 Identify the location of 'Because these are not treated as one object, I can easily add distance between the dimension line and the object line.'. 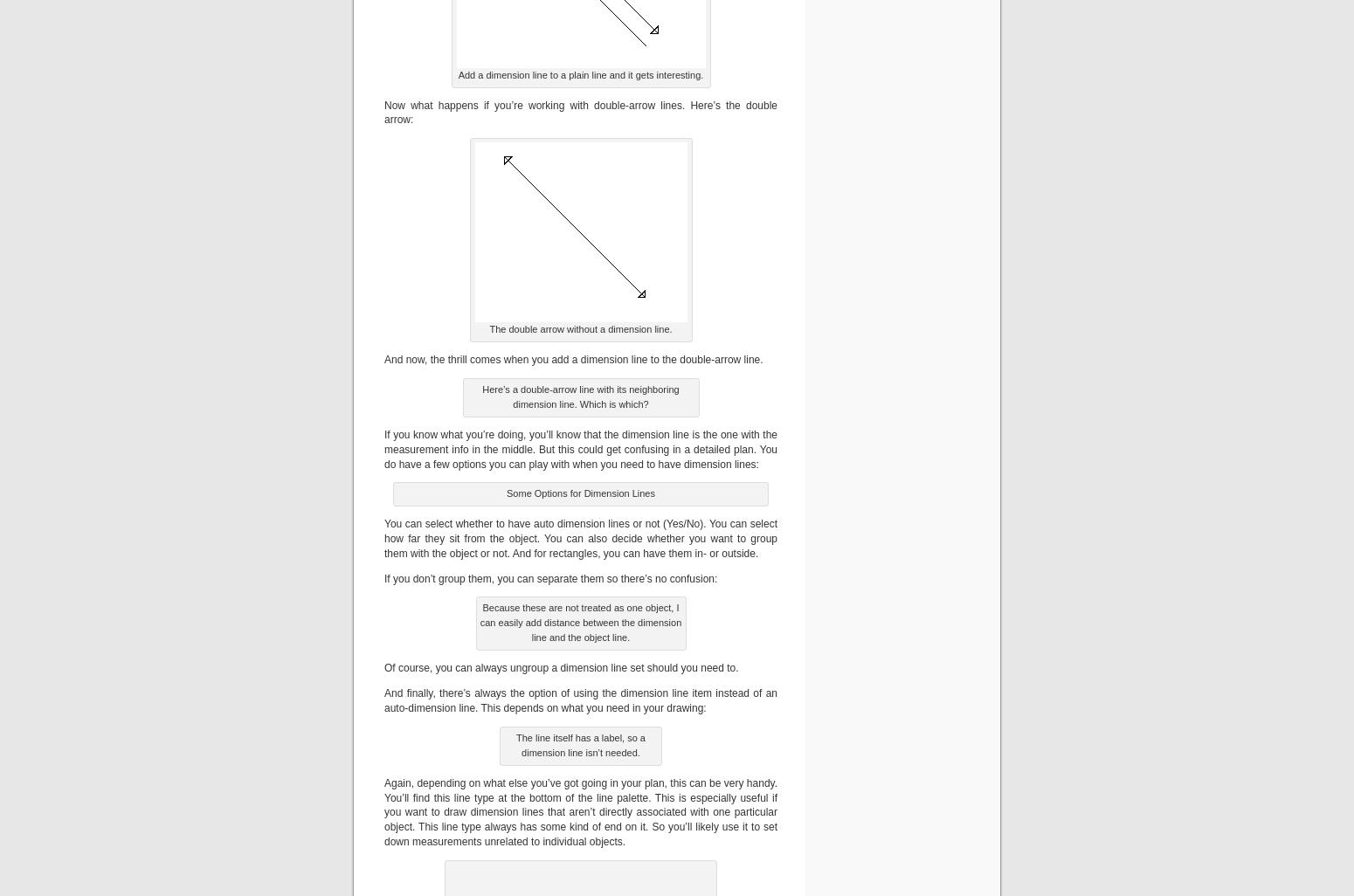
(480, 621).